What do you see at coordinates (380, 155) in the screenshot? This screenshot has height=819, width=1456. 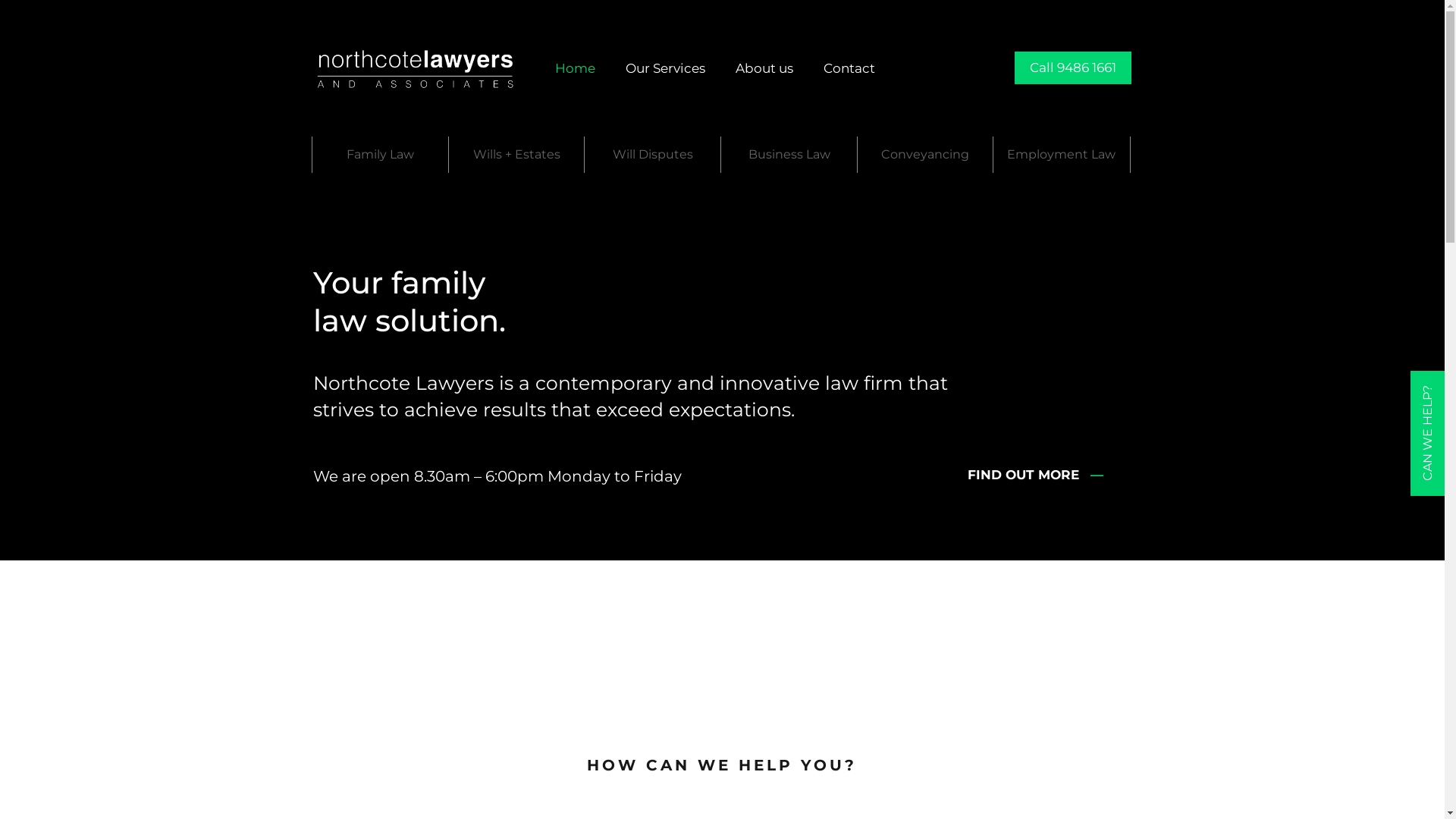 I see `'Family Law'` at bounding box center [380, 155].